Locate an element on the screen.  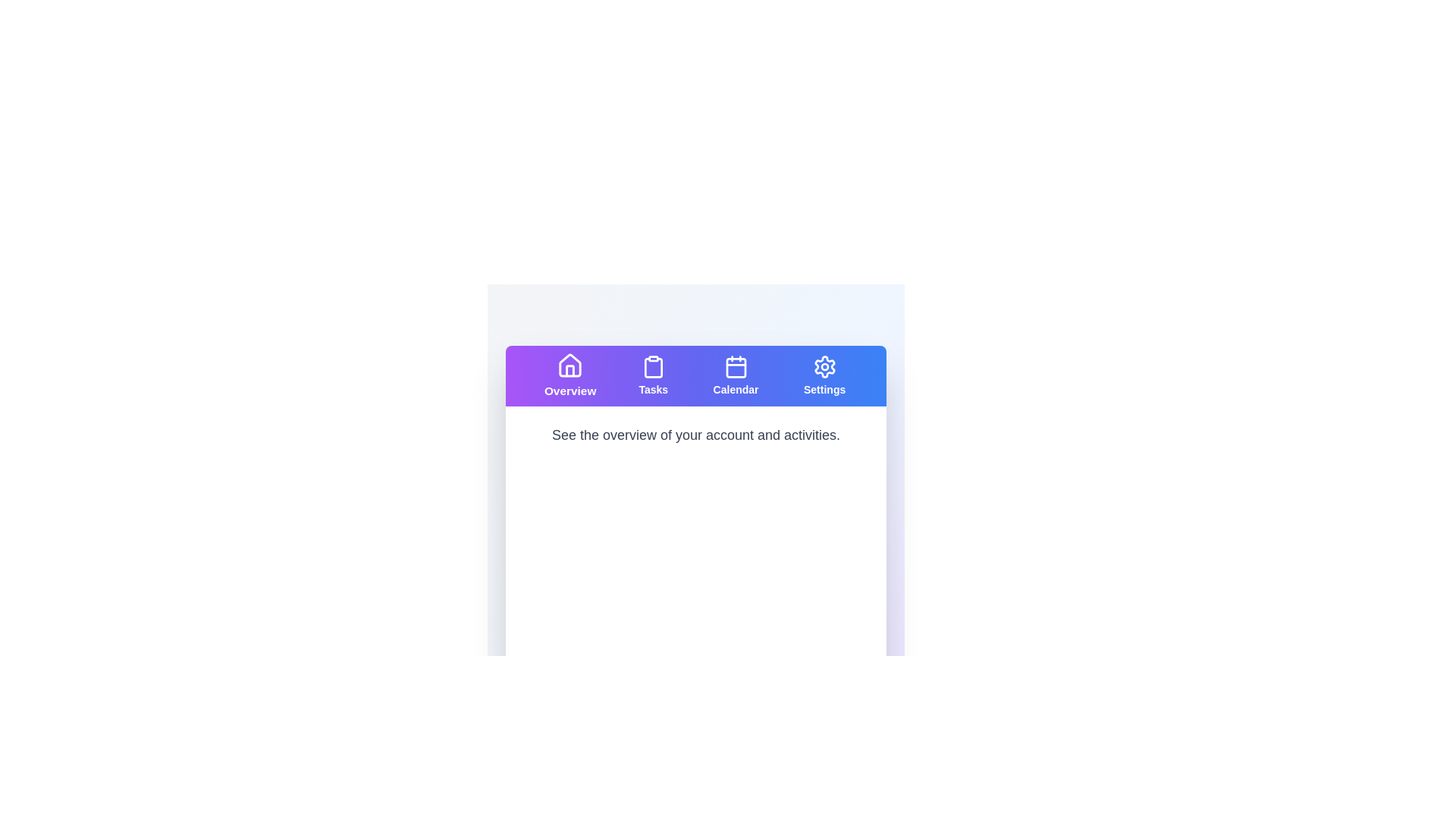
the clipboard icon within the 'Tasks' section is located at coordinates (653, 367).